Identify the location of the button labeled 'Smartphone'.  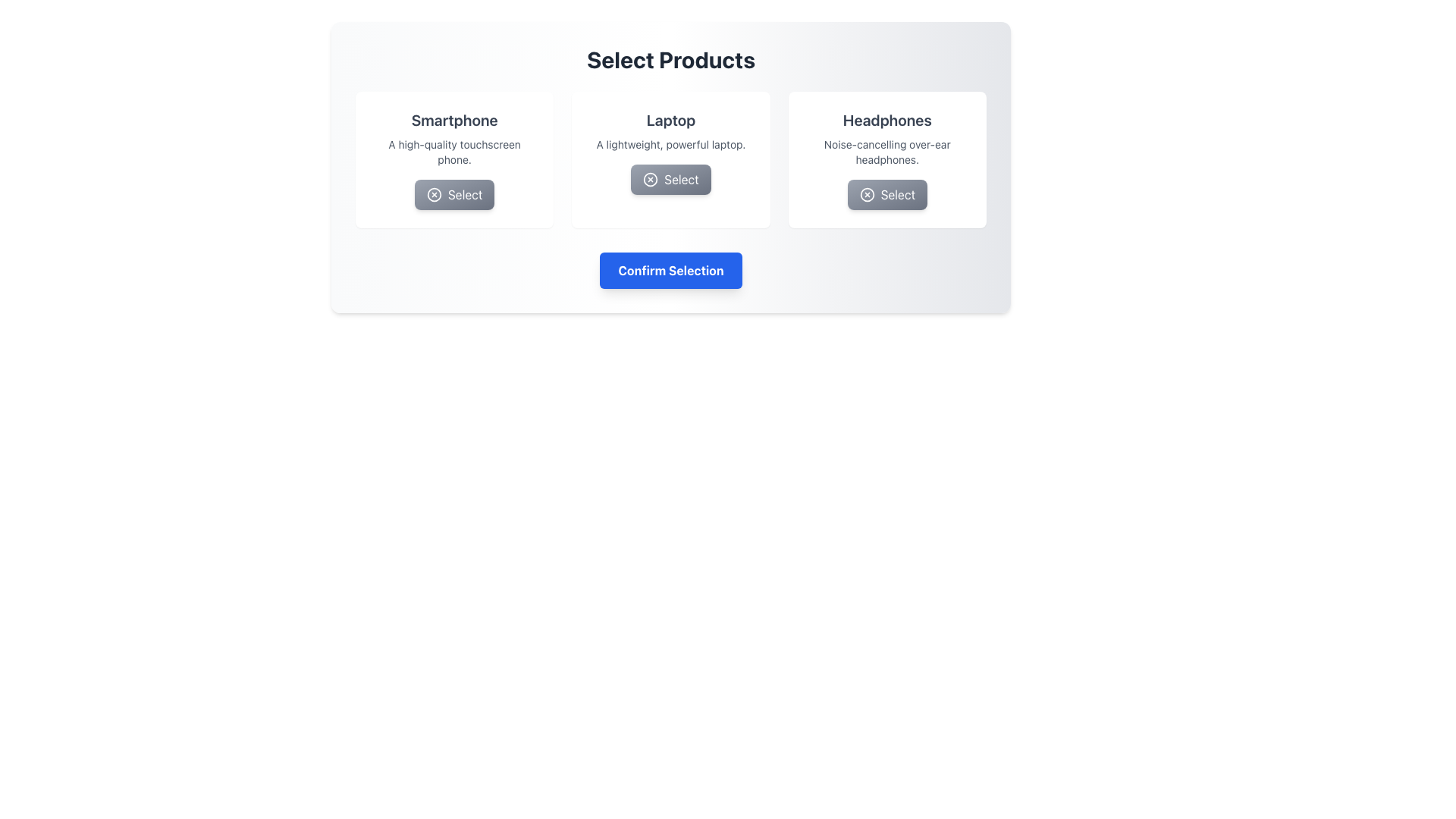
(453, 194).